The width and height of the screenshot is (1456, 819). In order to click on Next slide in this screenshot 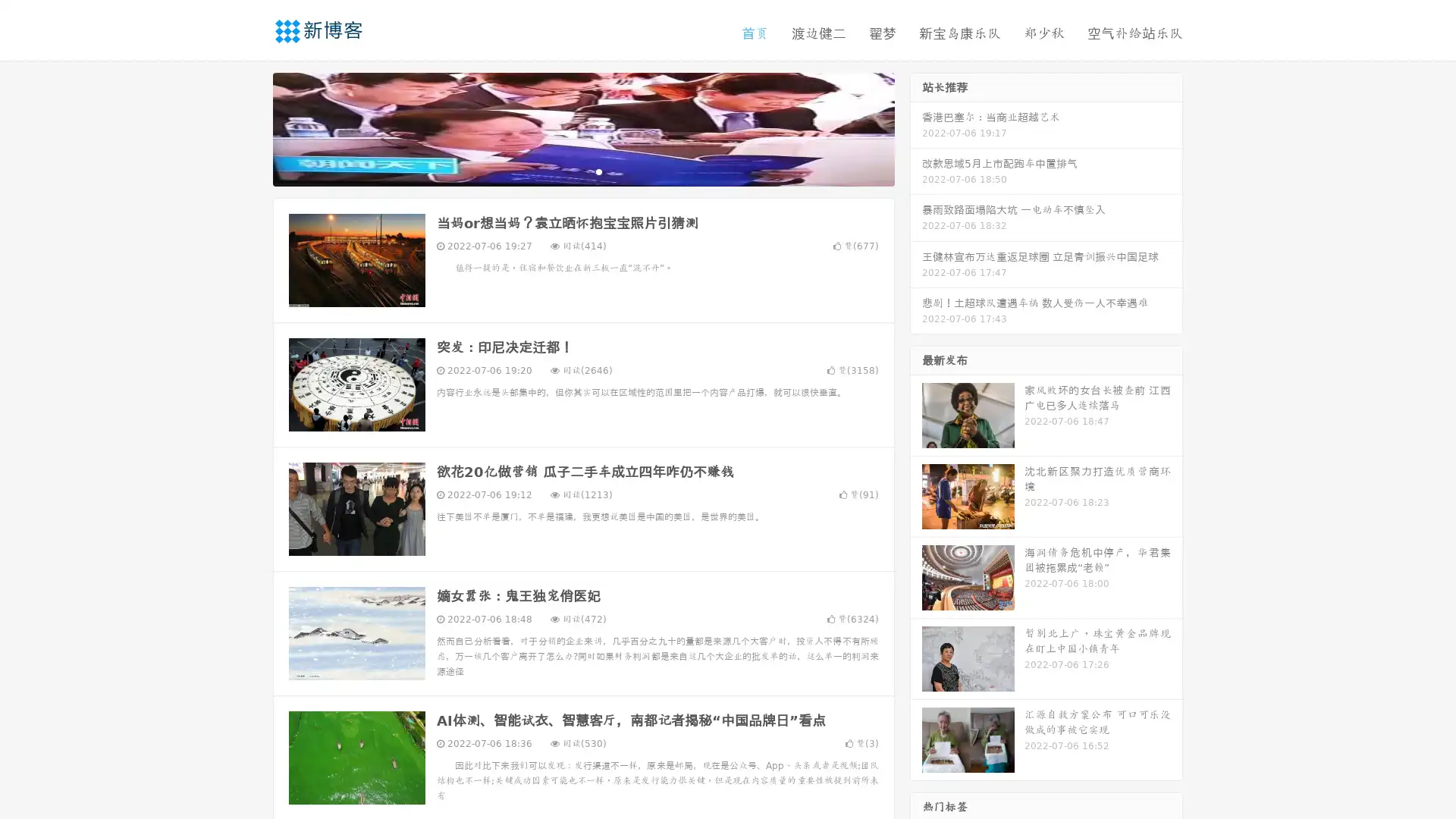, I will do `click(916, 127)`.